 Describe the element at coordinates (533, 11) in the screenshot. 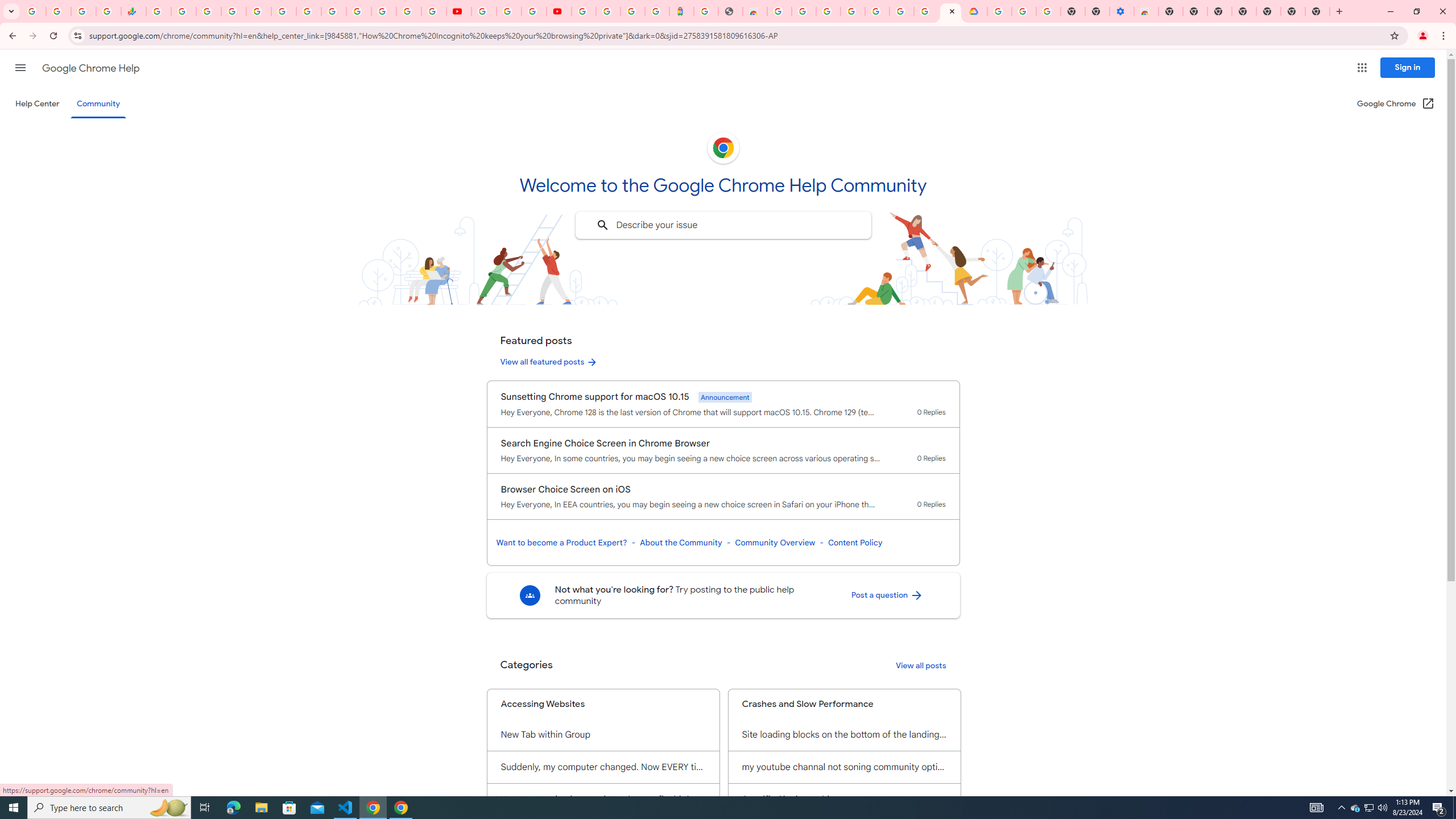

I see `'Create your Google Account'` at that location.